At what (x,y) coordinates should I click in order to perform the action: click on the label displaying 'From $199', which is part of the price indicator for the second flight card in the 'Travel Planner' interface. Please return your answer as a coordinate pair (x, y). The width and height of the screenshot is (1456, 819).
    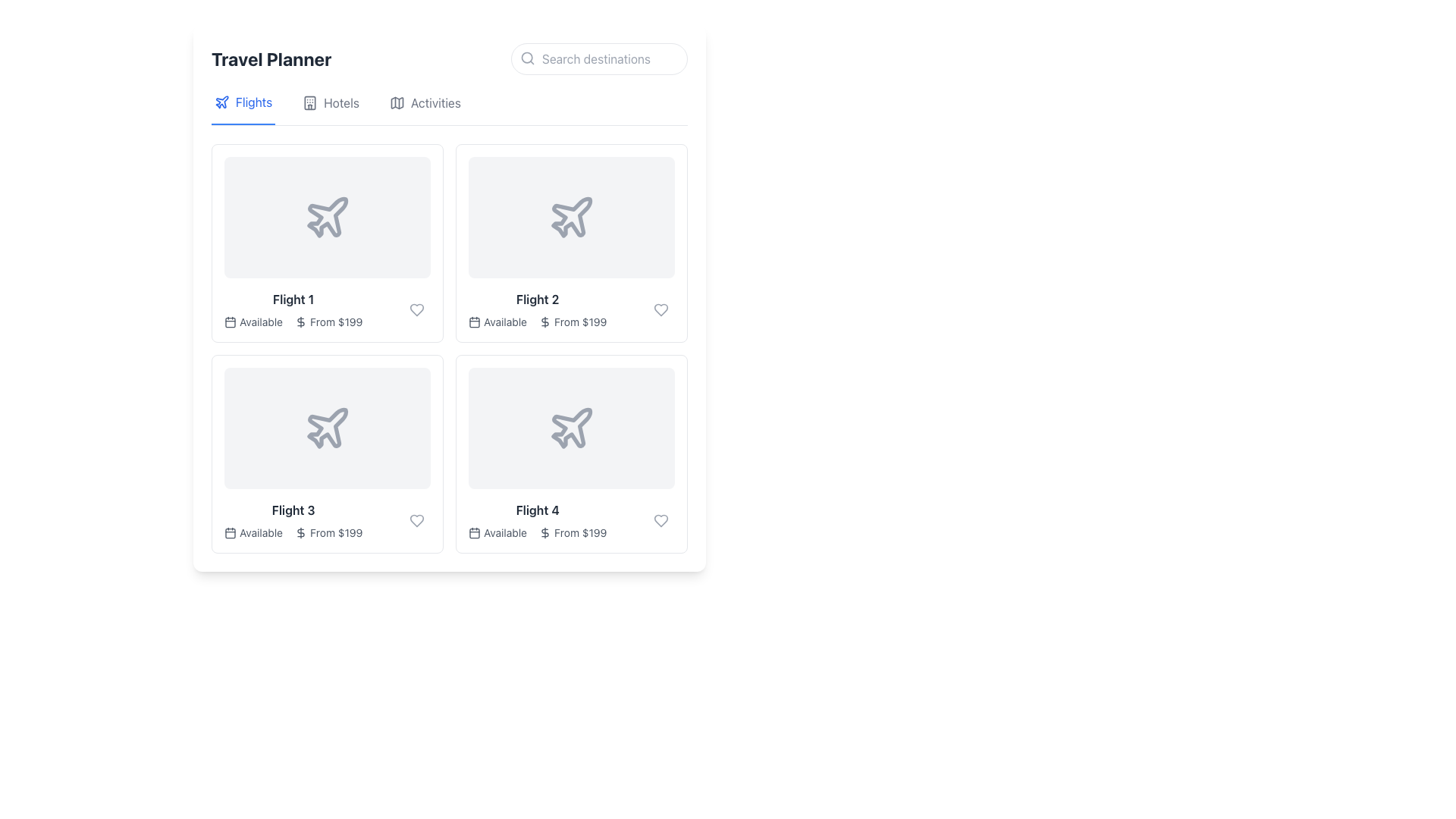
    Looking at the image, I should click on (579, 321).